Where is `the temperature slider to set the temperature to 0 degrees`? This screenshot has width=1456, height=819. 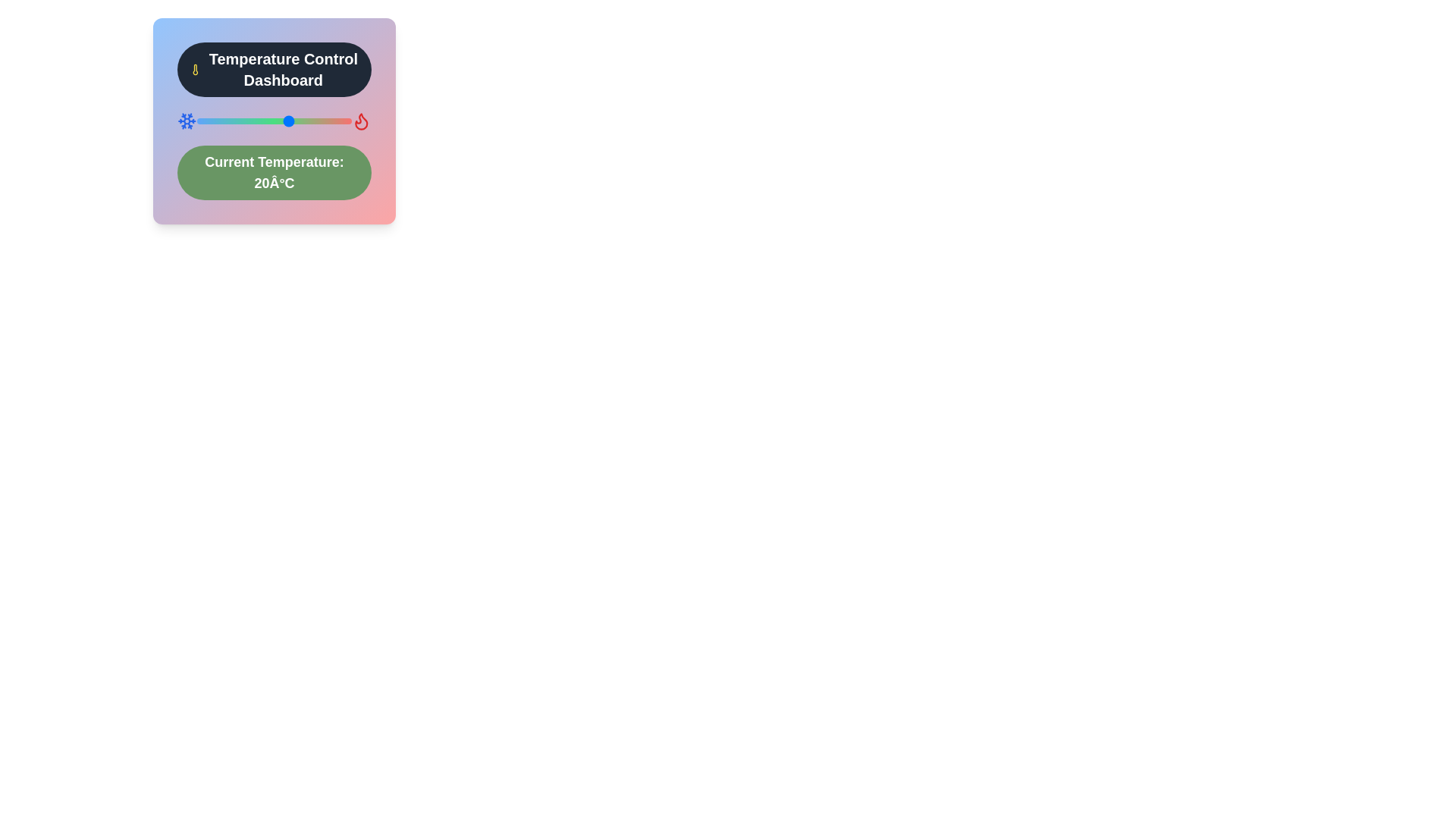
the temperature slider to set the temperature to 0 degrees is located at coordinates (227, 120).